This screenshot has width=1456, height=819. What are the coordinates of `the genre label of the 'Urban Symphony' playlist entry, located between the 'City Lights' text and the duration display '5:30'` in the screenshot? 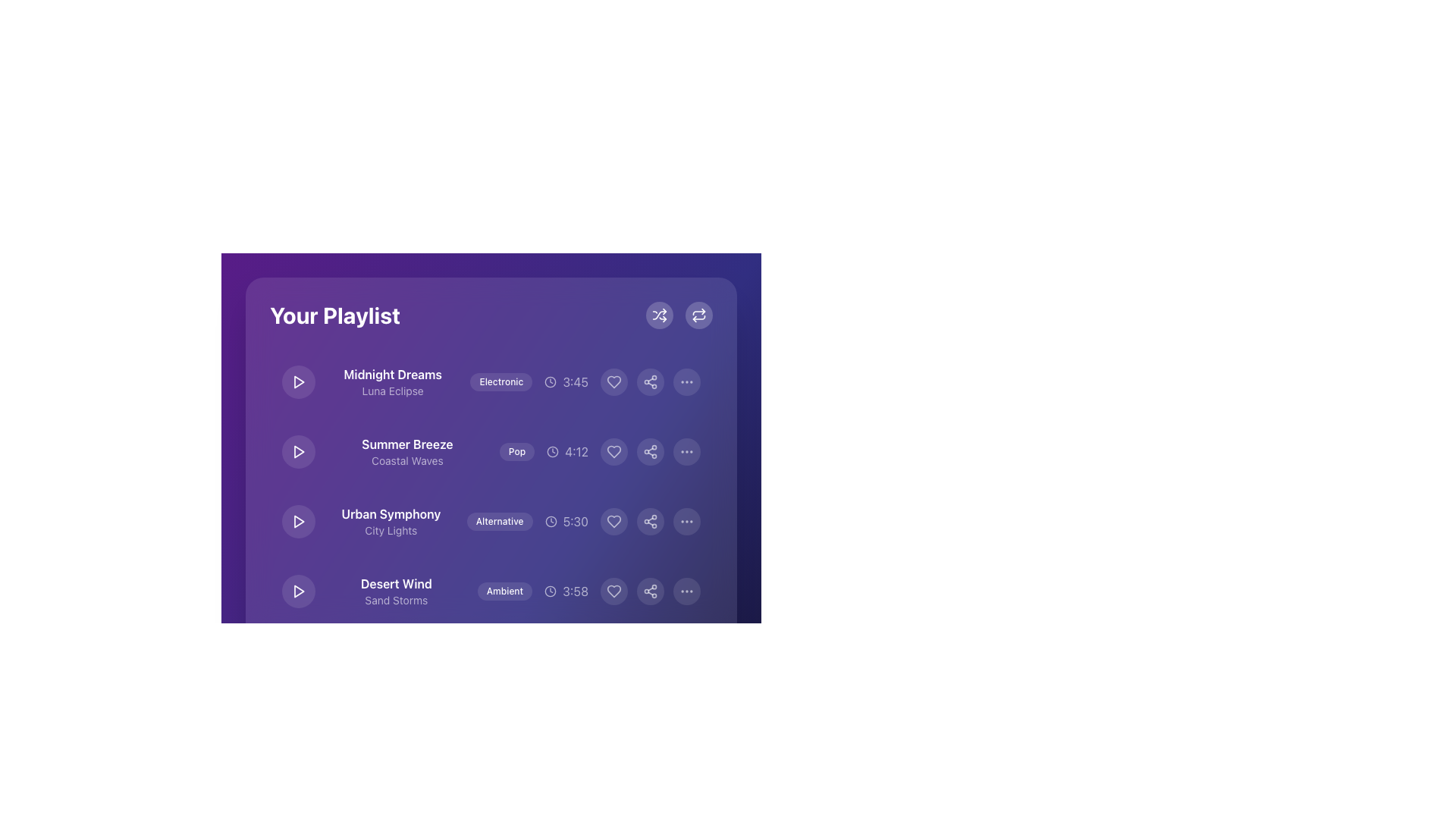 It's located at (500, 520).